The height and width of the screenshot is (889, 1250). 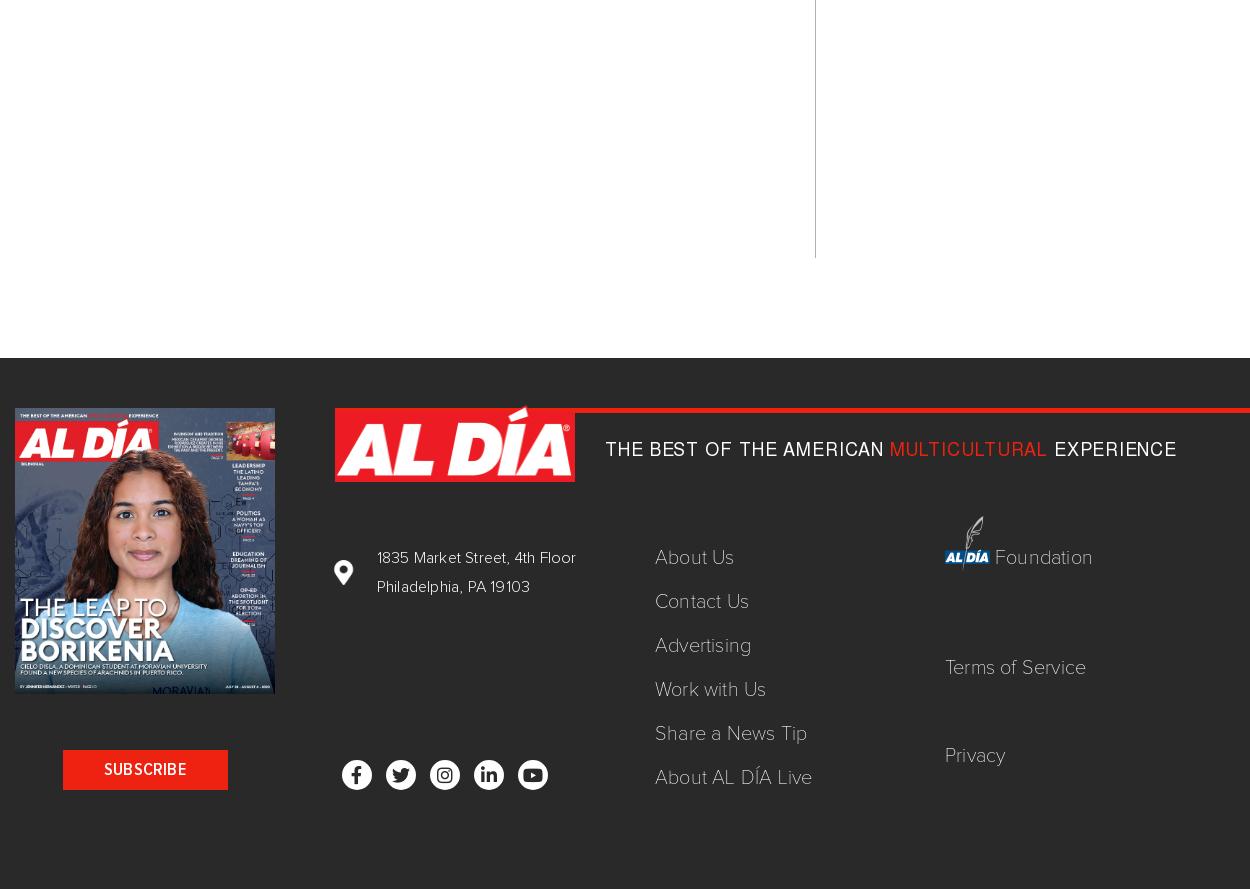 What do you see at coordinates (732, 776) in the screenshot?
I see `'About AL DÍA Live'` at bounding box center [732, 776].